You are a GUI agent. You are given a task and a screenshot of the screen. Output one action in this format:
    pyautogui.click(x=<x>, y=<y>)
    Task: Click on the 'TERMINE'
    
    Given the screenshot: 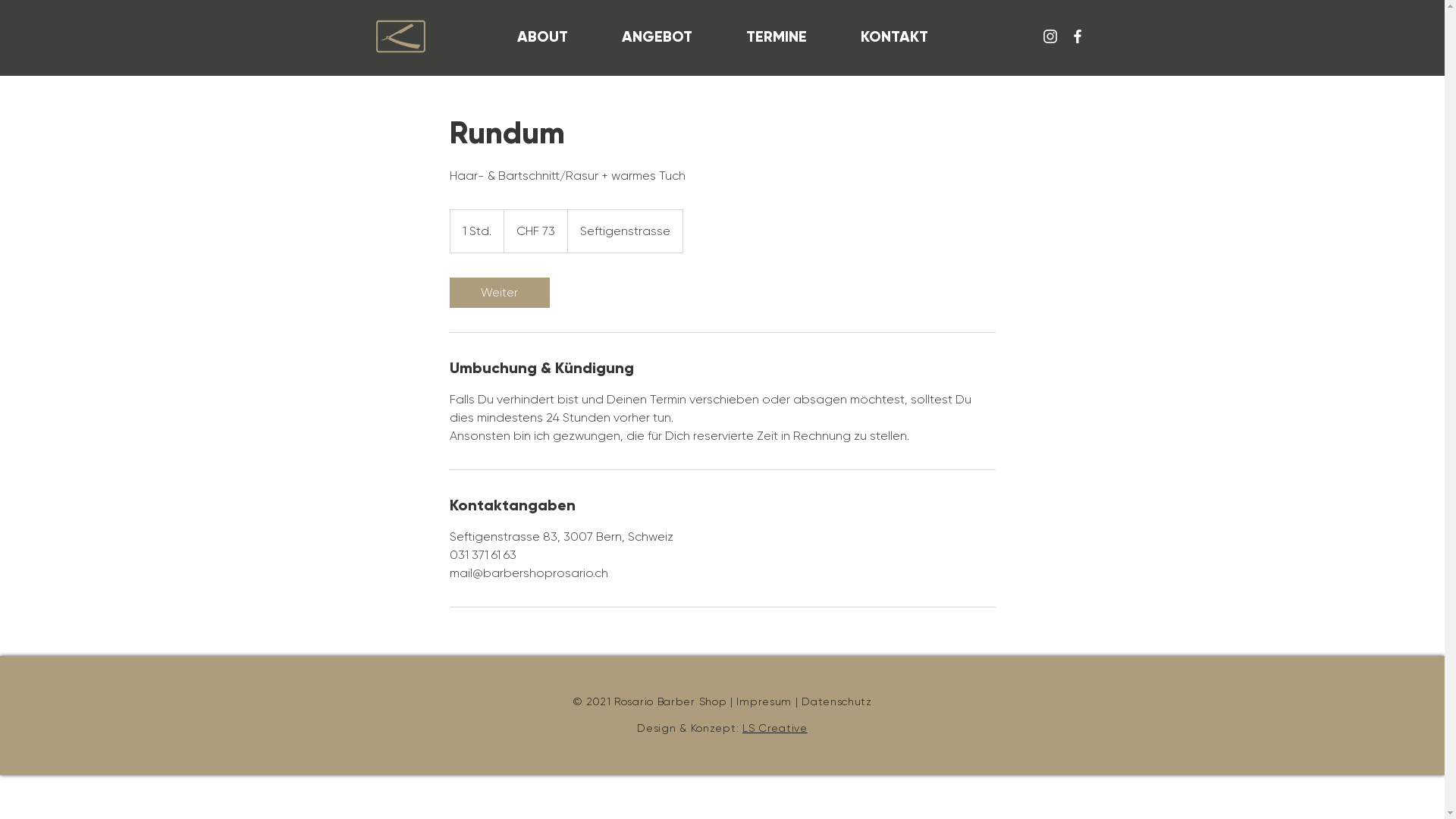 What is the action you would take?
    pyautogui.click(x=776, y=35)
    